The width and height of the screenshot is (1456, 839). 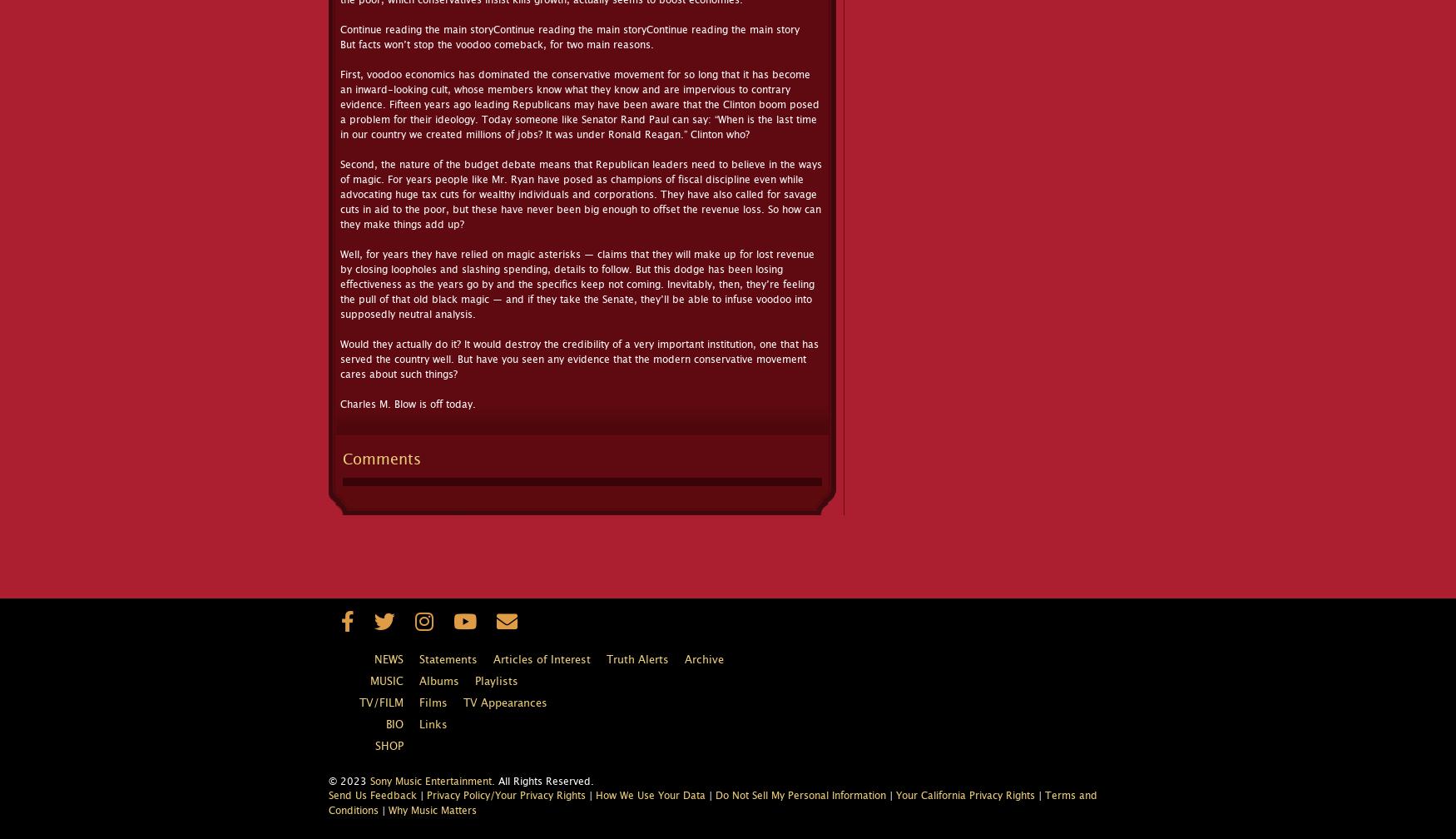 I want to click on 'Shop', so click(x=374, y=747).